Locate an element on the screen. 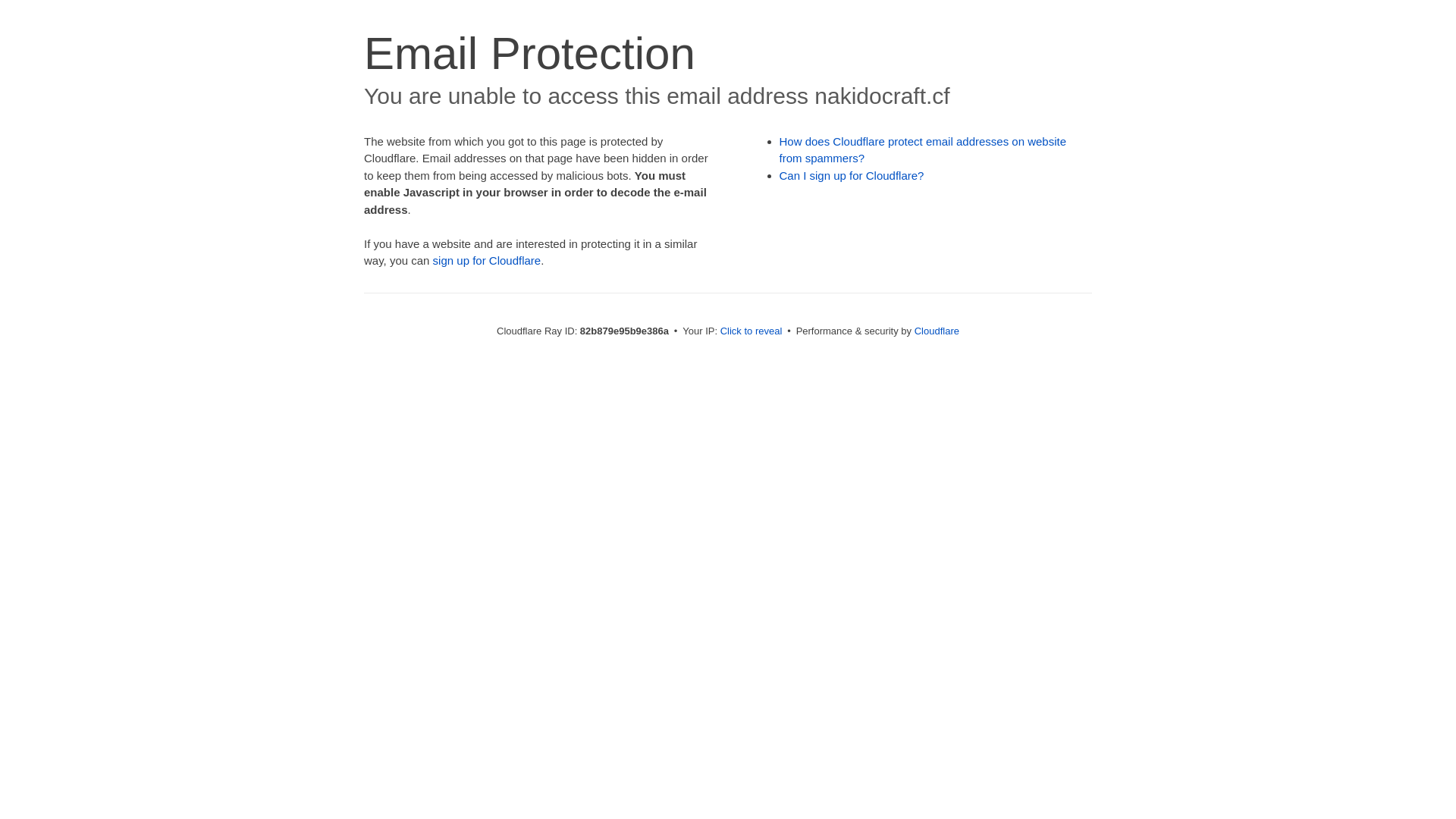  'Can I sign up for Cloudflare?' is located at coordinates (852, 174).